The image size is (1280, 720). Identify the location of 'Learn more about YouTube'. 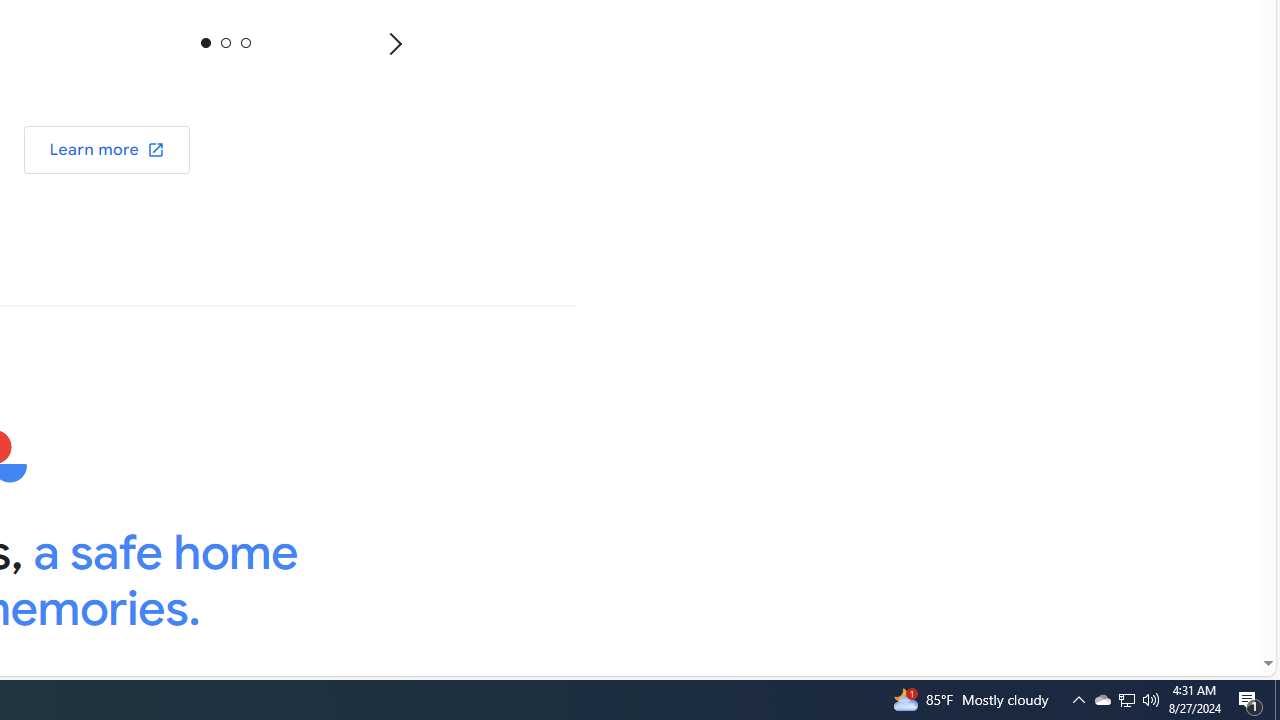
(106, 148).